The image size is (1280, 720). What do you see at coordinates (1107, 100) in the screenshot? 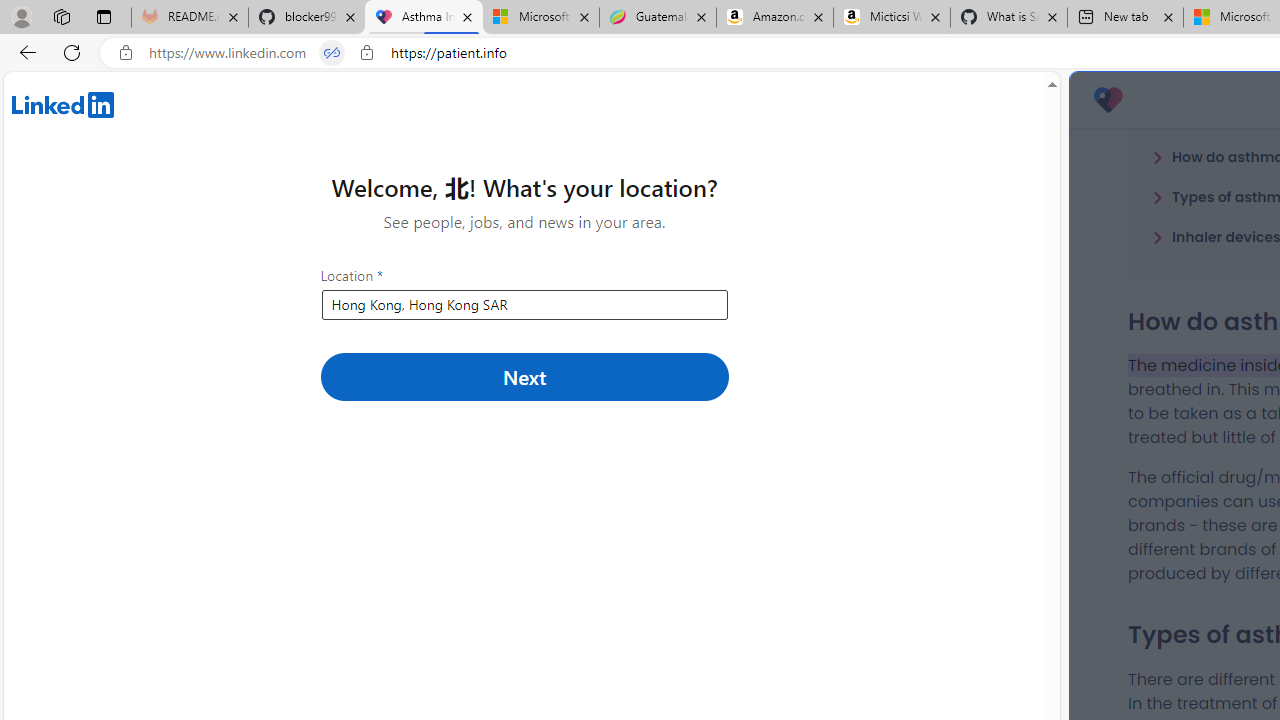
I see `'Patient 3.0'` at bounding box center [1107, 100].